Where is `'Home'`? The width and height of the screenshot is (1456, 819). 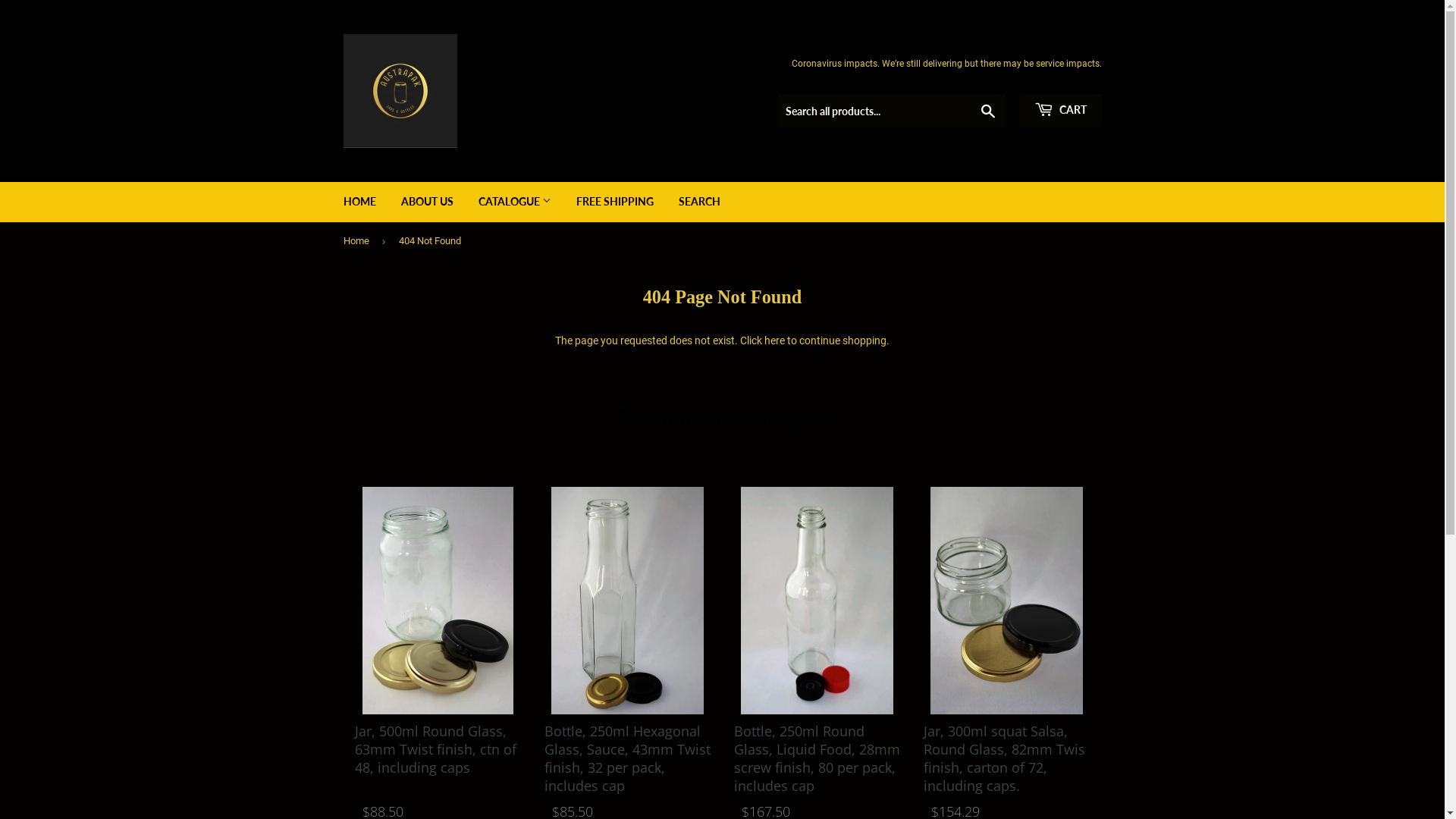
'Home' is located at coordinates (364, 240).